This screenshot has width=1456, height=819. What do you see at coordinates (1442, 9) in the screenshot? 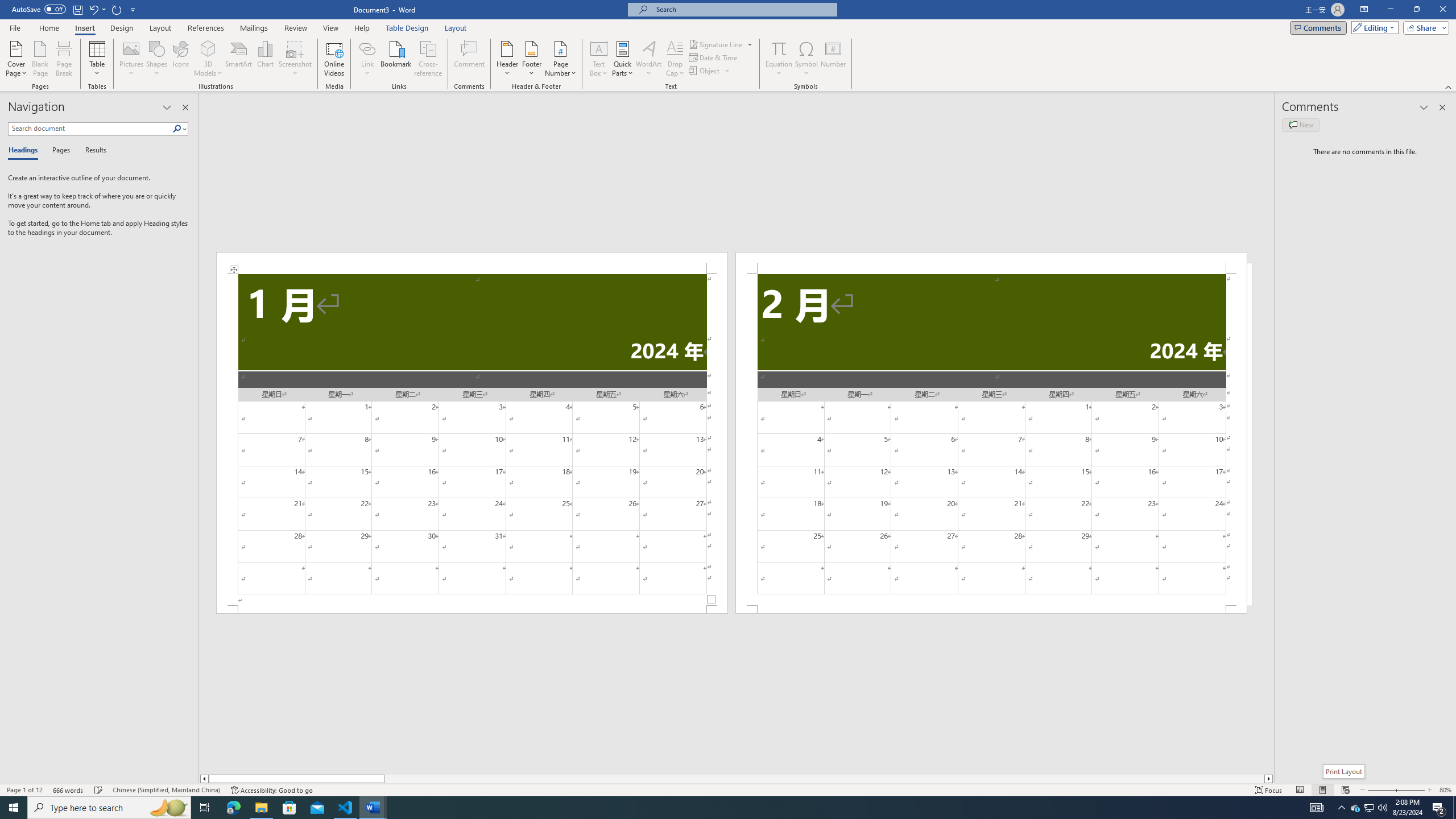
I see `'Close'` at bounding box center [1442, 9].